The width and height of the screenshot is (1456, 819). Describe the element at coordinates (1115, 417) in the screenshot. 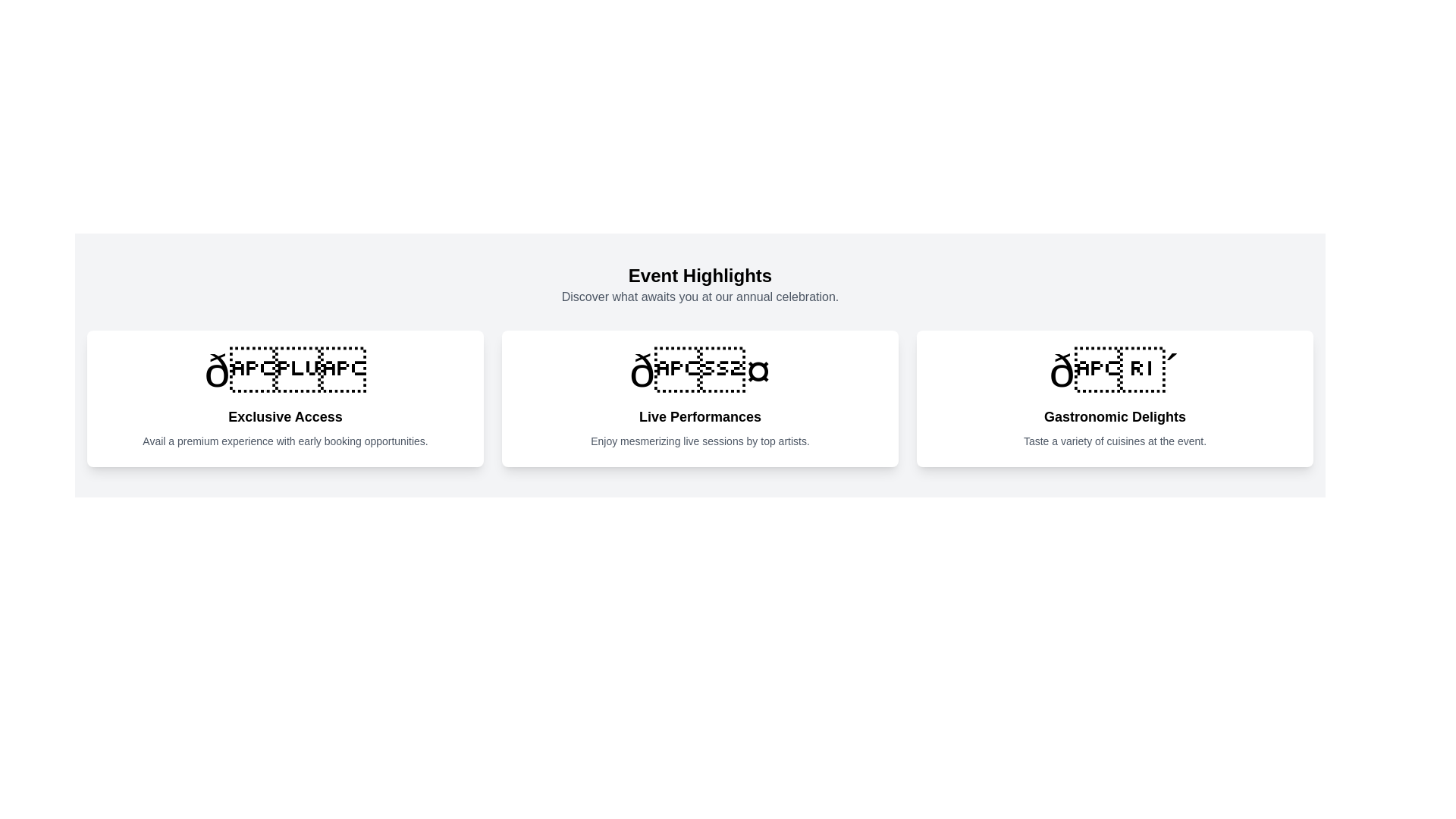

I see `text label that serves as a header or title in the rightmost feature card, which is positioned below an emoji icon and above a descriptive text line` at that location.